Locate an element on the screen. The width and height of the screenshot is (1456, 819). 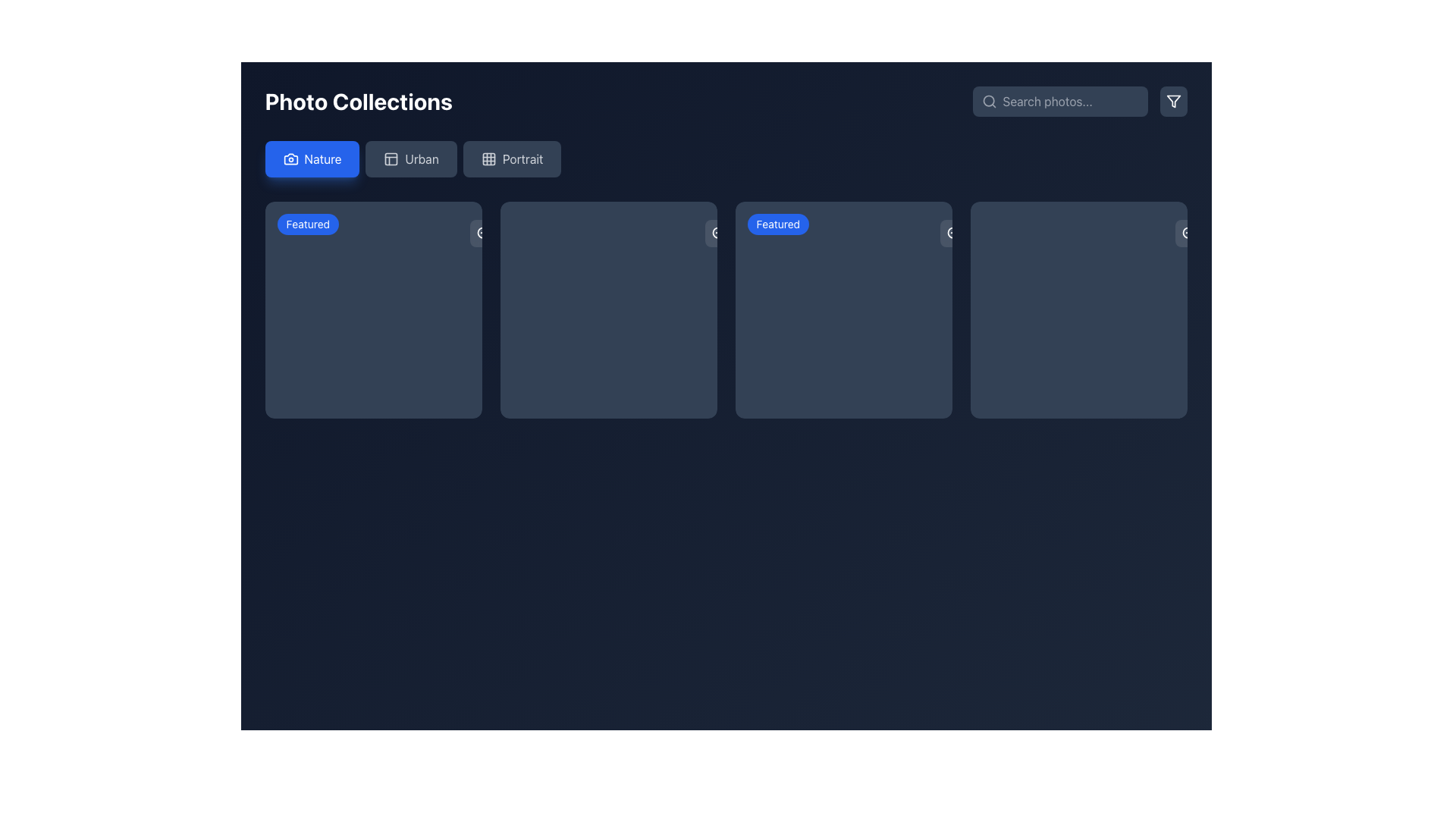
the camera icon located within the blue 'Nature' button in the header section of the interface to interact with it is located at coordinates (290, 158).